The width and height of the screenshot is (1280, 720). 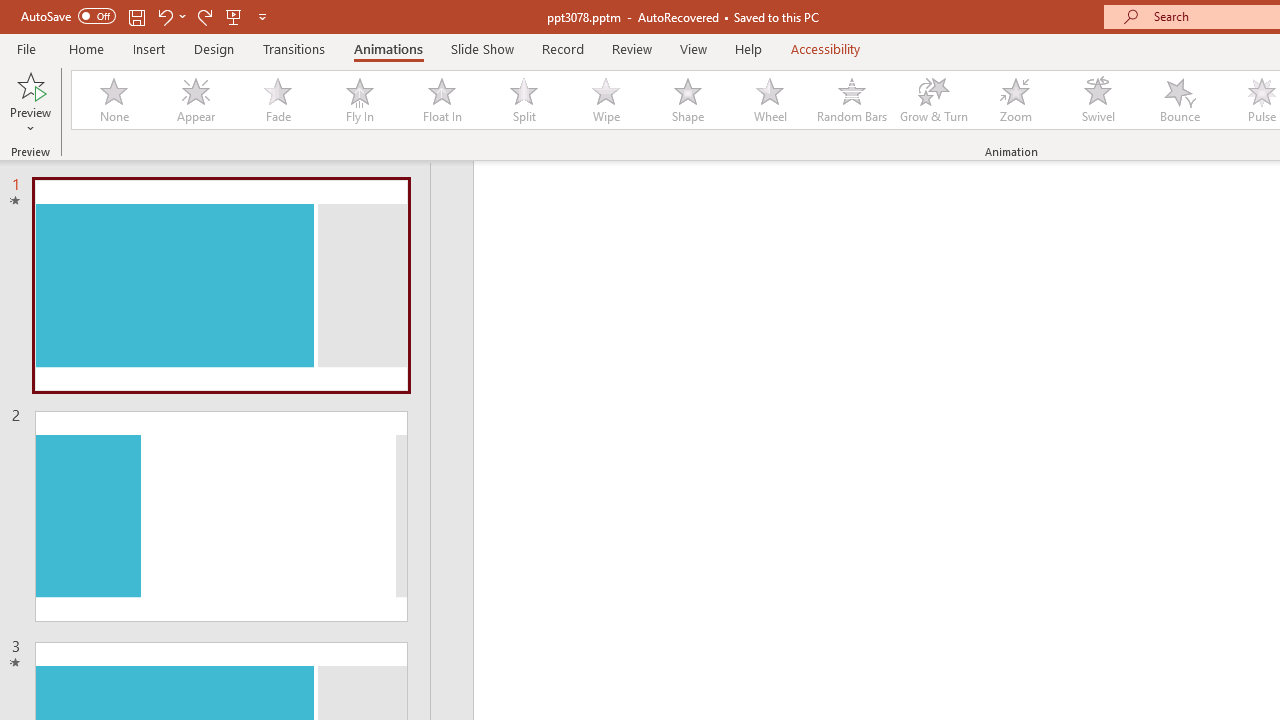 What do you see at coordinates (1097, 100) in the screenshot?
I see `'Swivel'` at bounding box center [1097, 100].